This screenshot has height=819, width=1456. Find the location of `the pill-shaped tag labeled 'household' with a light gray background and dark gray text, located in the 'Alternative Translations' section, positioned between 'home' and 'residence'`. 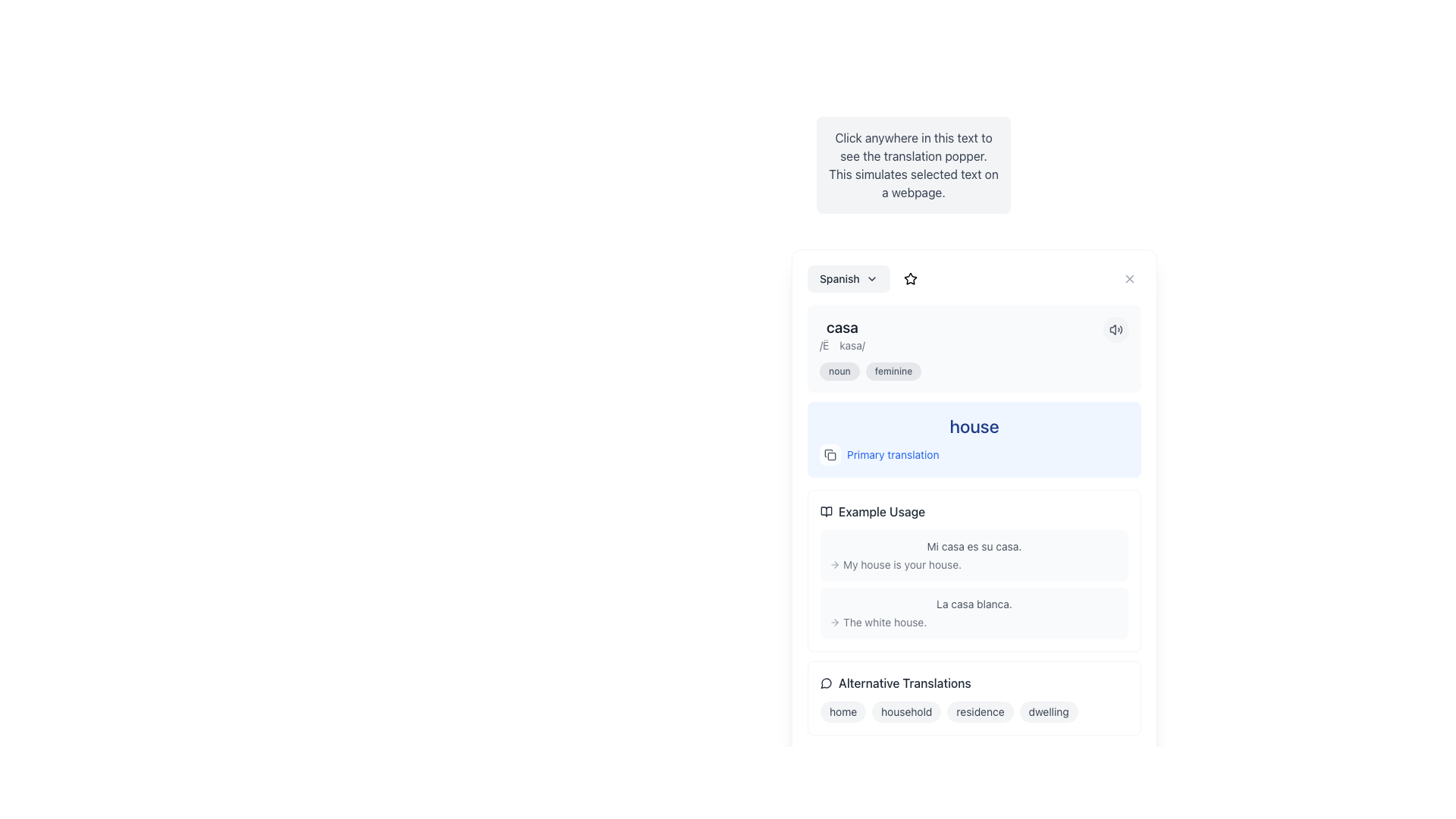

the pill-shaped tag labeled 'household' with a light gray background and dark gray text, located in the 'Alternative Translations' section, positioned between 'home' and 'residence' is located at coordinates (906, 711).